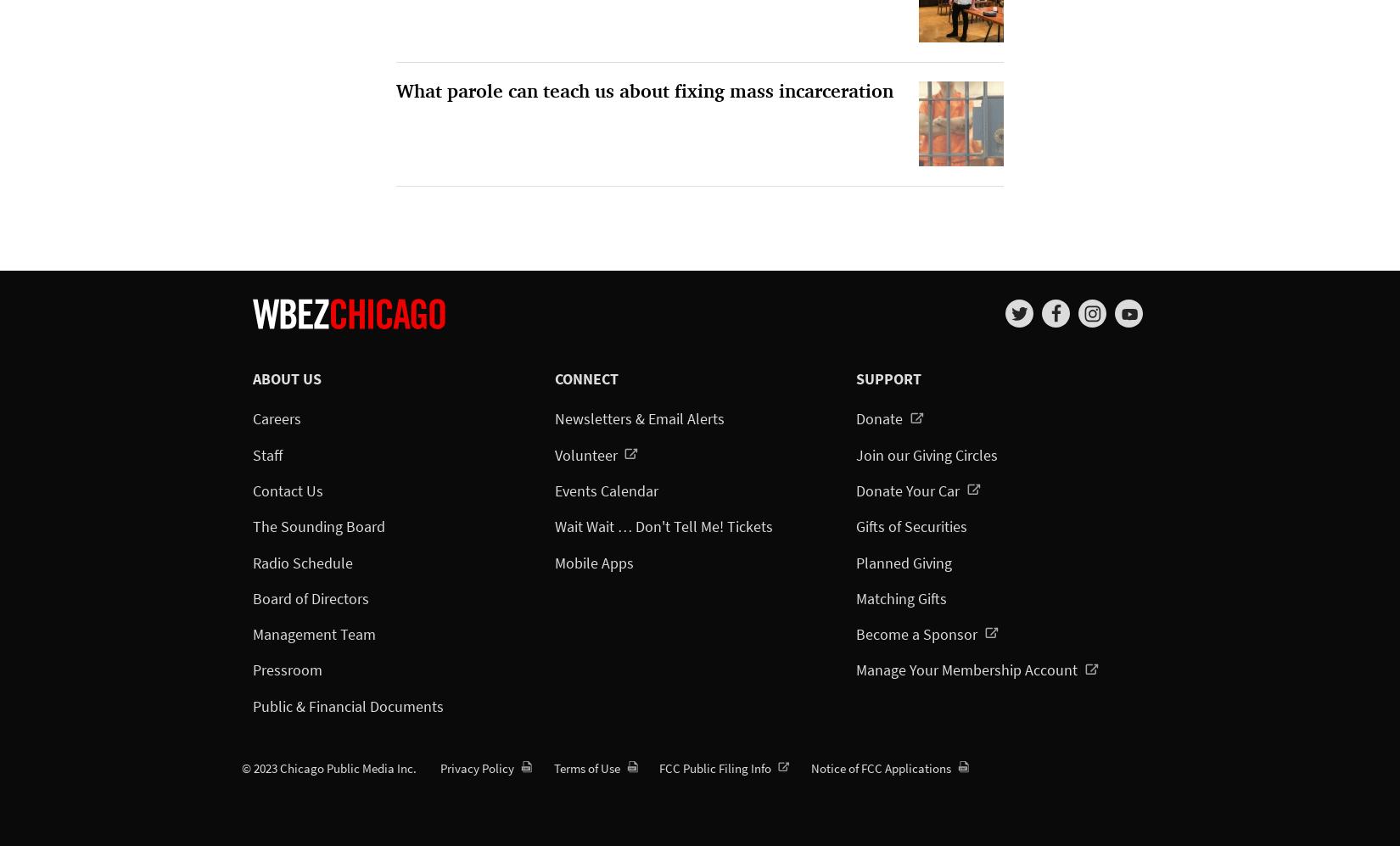 This screenshot has height=846, width=1400. Describe the element at coordinates (314, 634) in the screenshot. I see `'Management Team'` at that location.